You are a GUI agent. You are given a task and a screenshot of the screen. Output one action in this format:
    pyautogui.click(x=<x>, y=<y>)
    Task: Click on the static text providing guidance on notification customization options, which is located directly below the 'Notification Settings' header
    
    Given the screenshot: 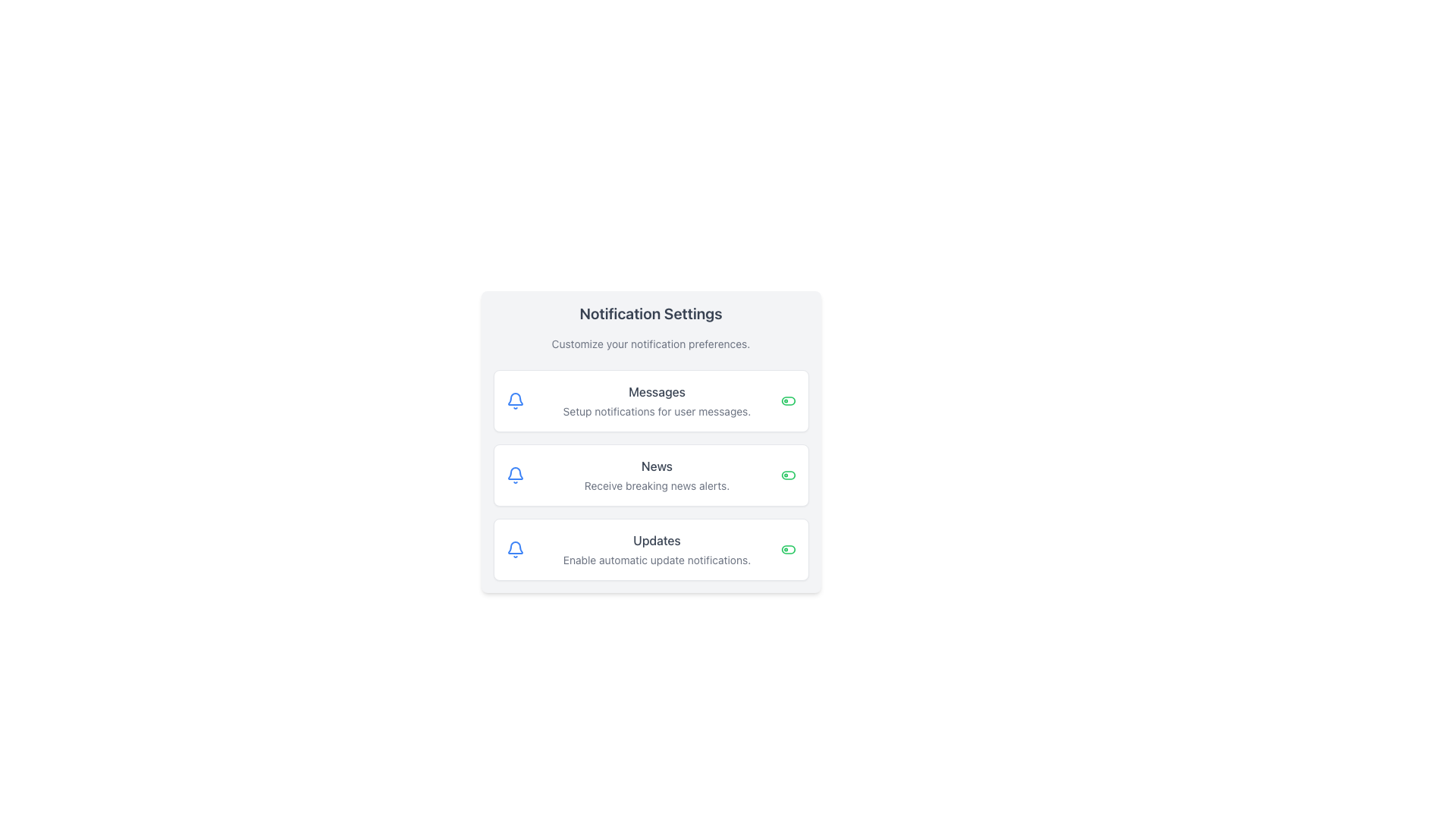 What is the action you would take?
    pyautogui.click(x=651, y=344)
    